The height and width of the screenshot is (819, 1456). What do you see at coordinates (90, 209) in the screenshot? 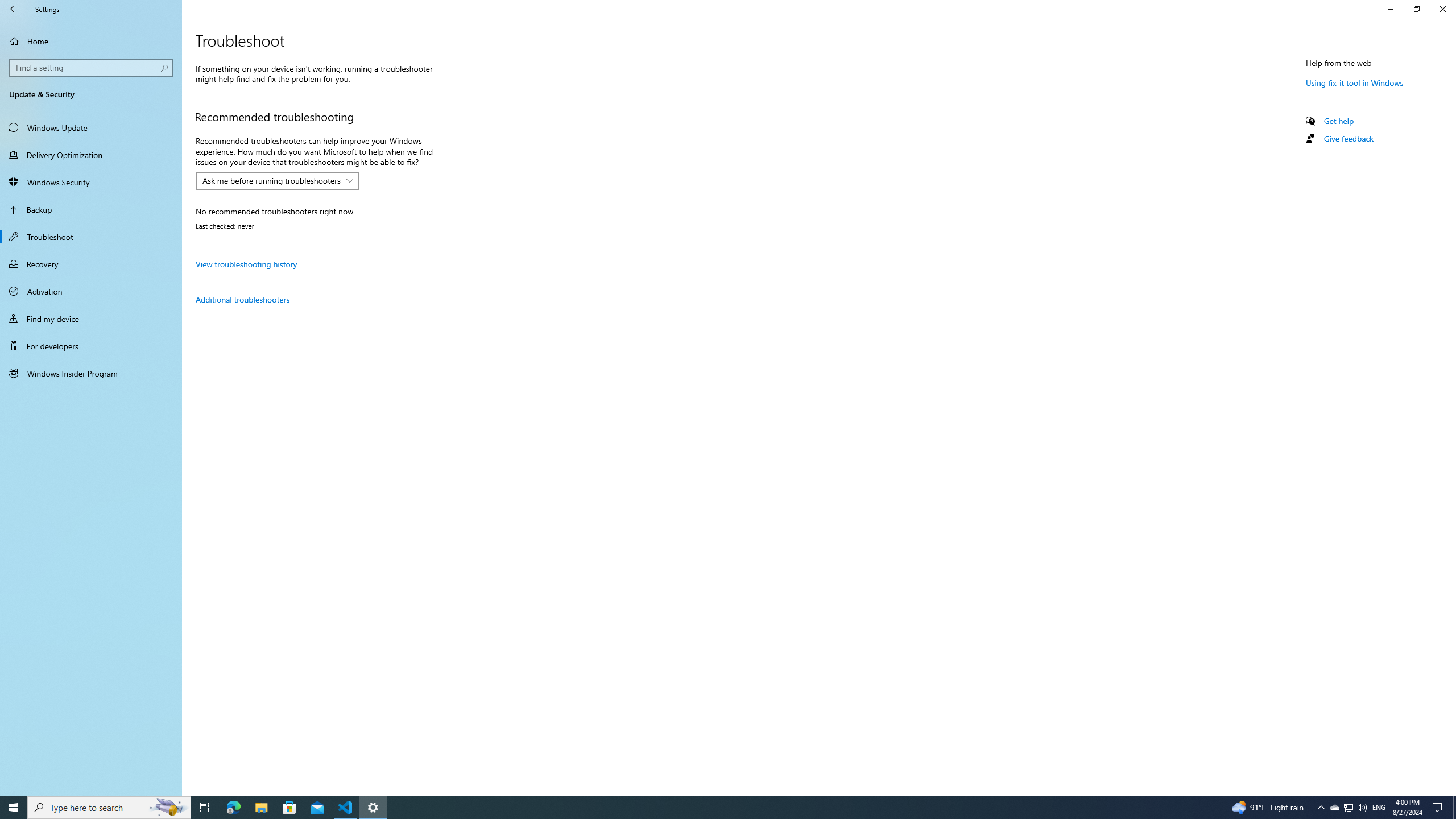
I see `'Backup'` at bounding box center [90, 209].